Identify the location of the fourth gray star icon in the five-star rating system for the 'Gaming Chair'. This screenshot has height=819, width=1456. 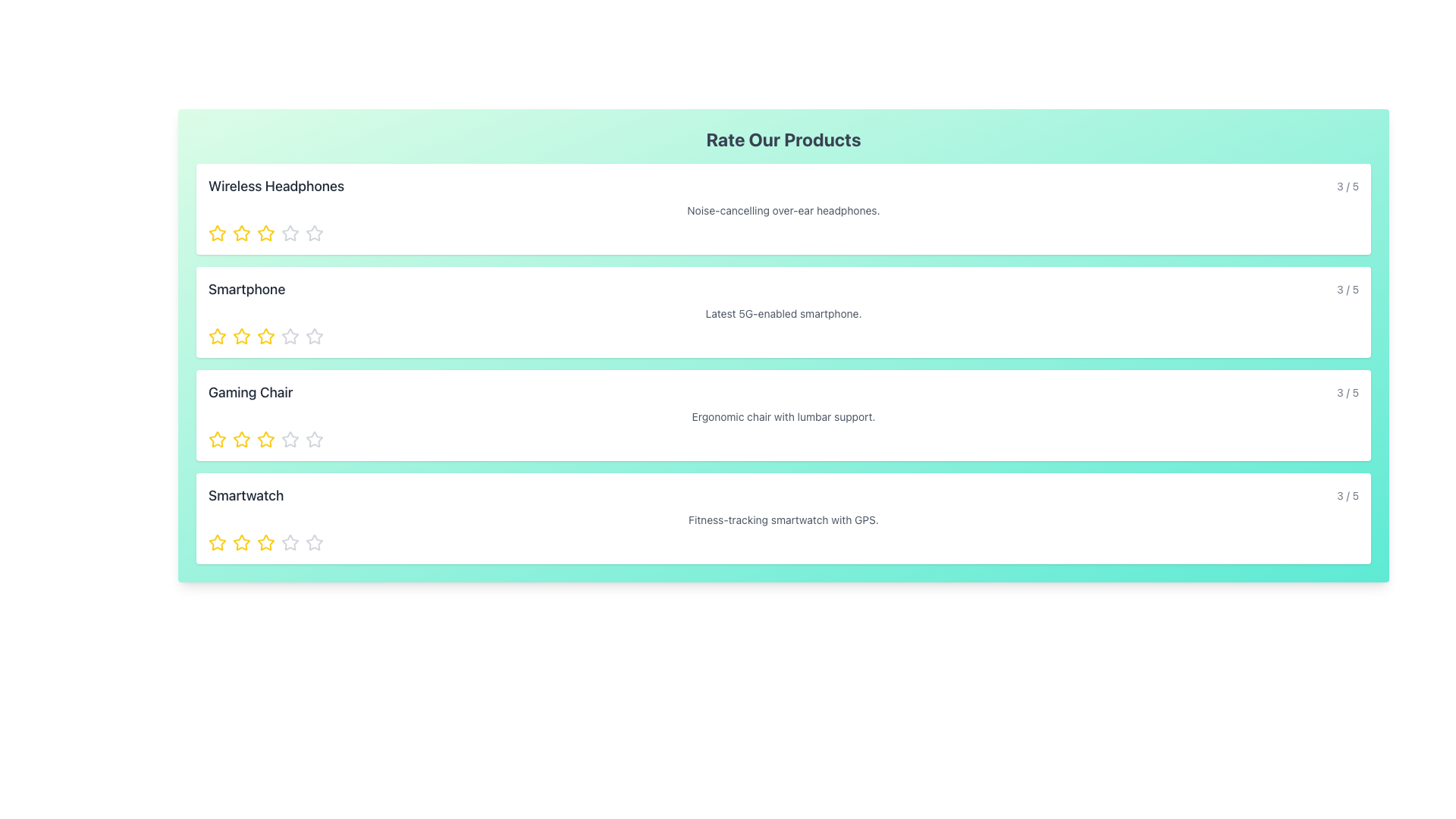
(290, 439).